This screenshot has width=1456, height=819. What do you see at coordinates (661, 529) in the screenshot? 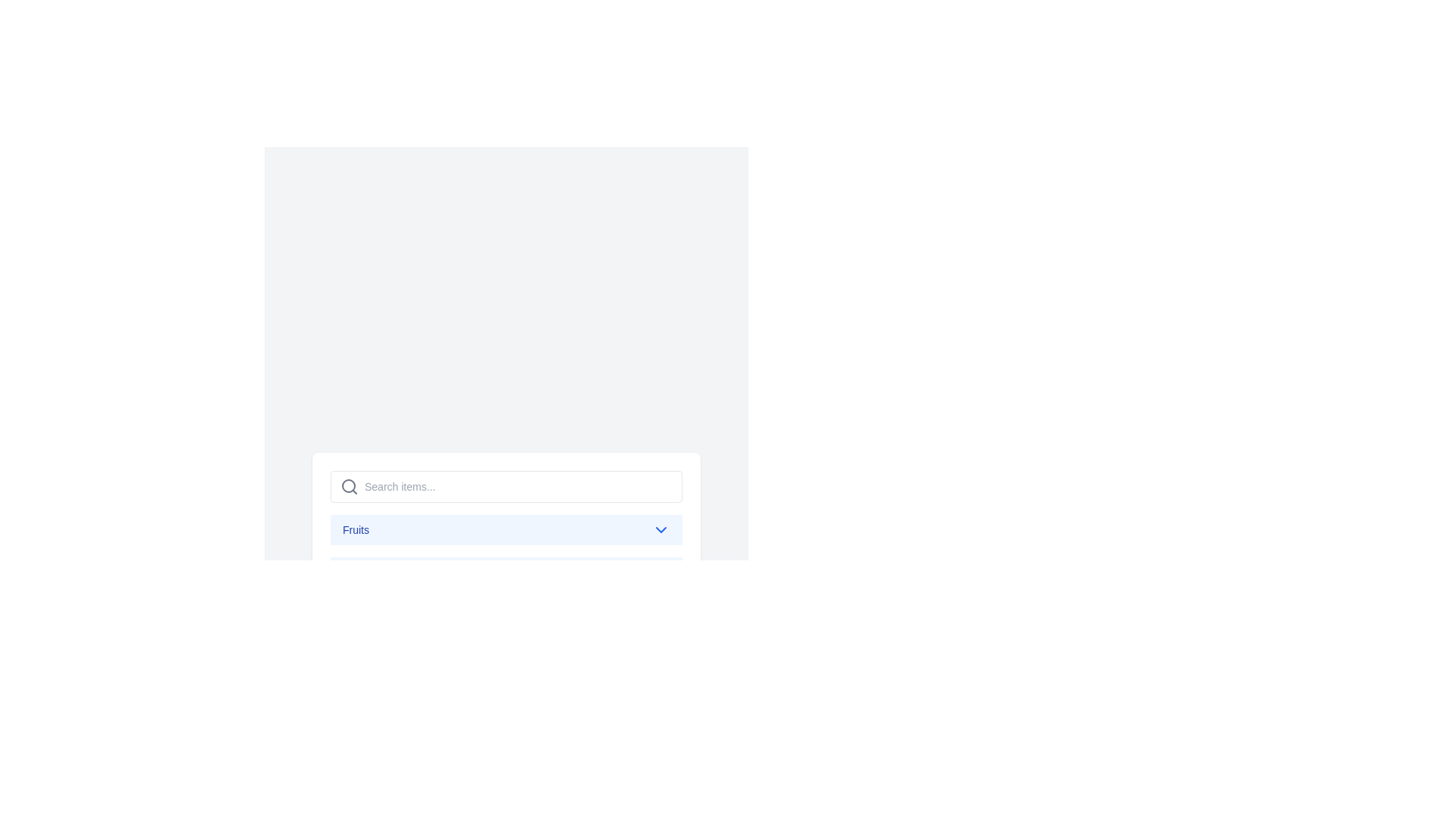
I see `the blue chevron icon at the right end of the 'Fruits' bar` at bounding box center [661, 529].